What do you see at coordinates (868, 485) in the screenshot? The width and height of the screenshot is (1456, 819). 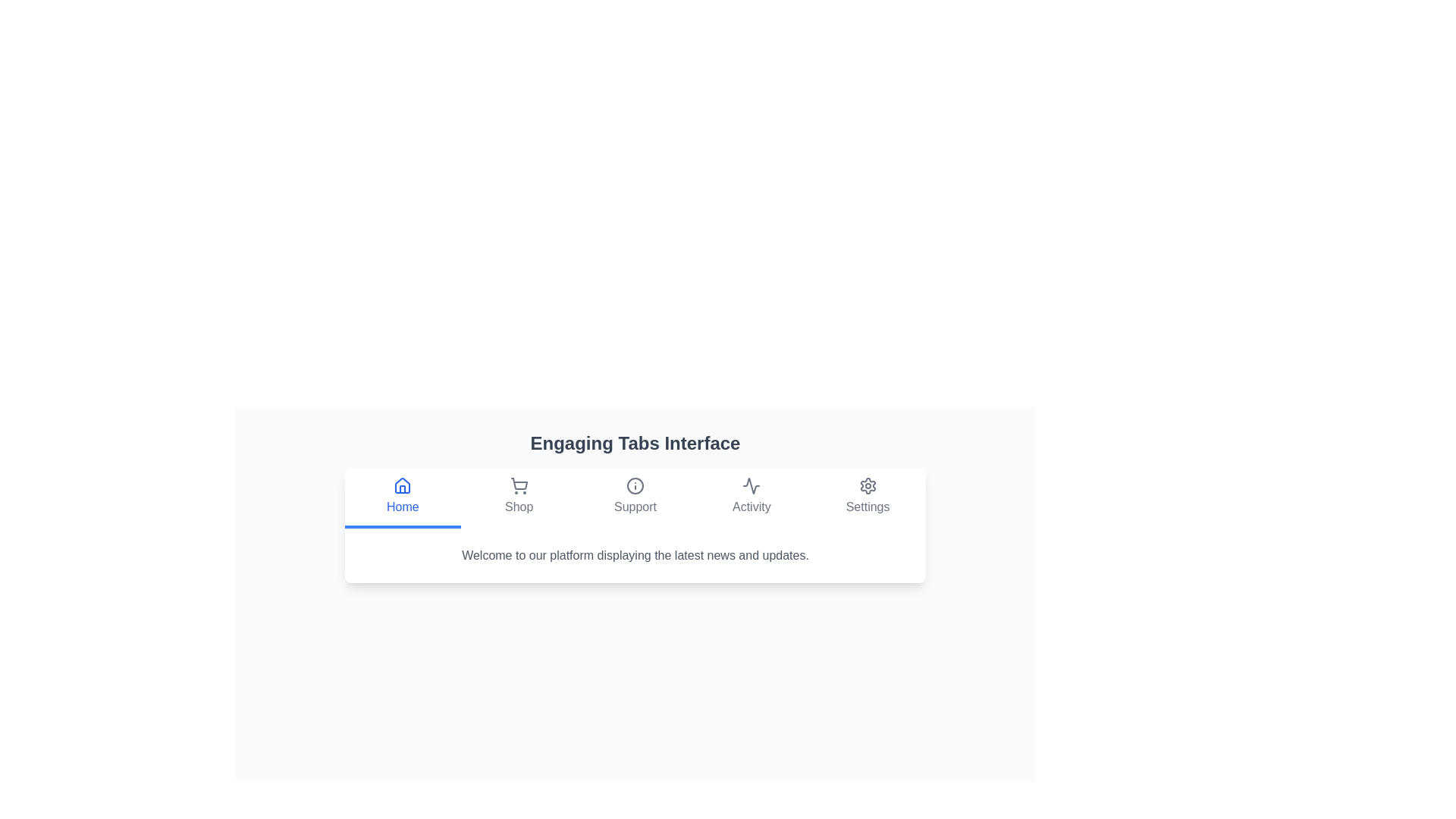 I see `the Settings icon located at the bottom right corner of the horizontal menu bar to possibly display a tooltip or highlight` at bounding box center [868, 485].